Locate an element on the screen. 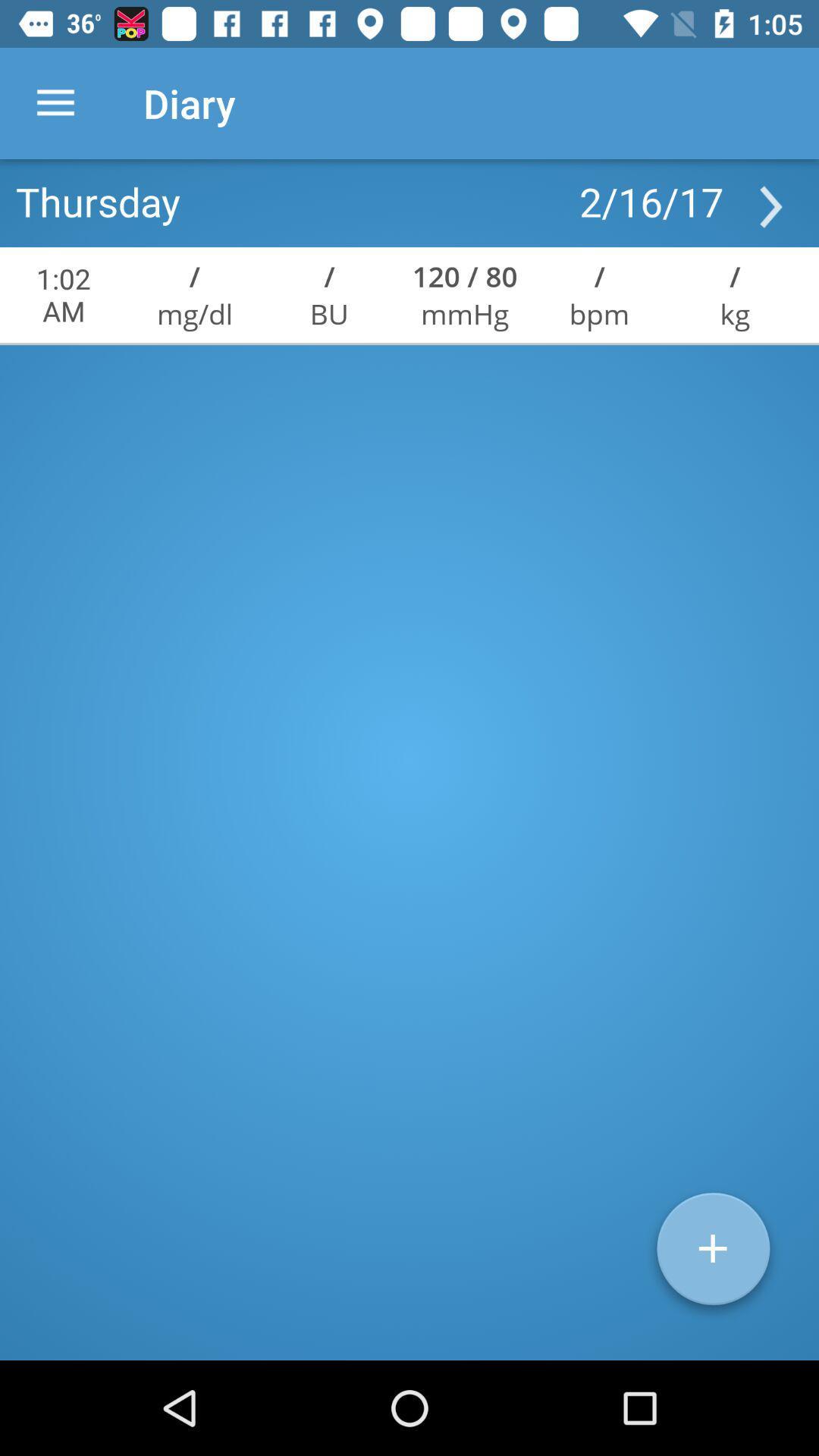  the thursday item is located at coordinates (98, 200).